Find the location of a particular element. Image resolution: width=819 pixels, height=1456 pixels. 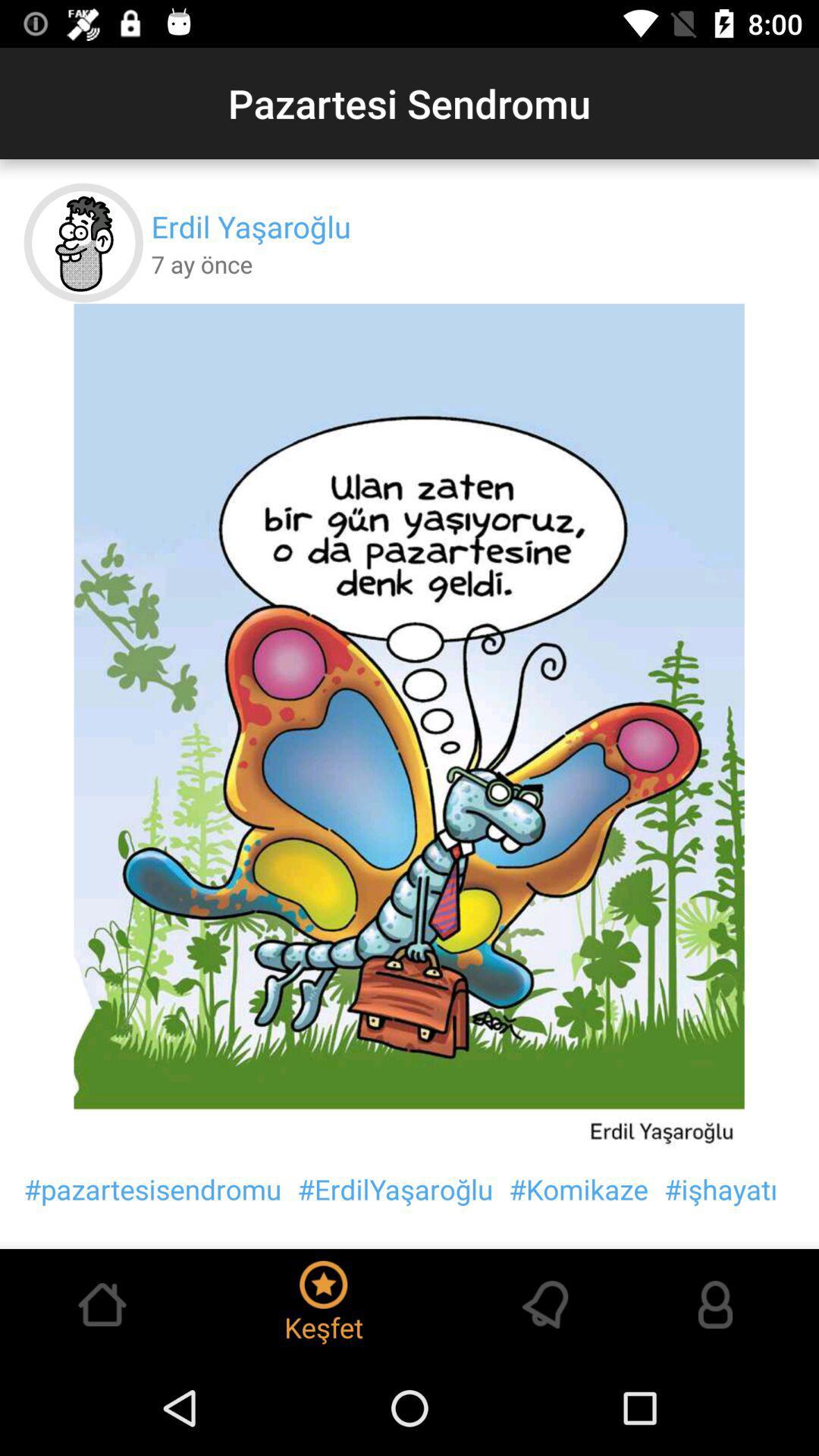

the item to the right of #pazartesisendromu item is located at coordinates (394, 1188).